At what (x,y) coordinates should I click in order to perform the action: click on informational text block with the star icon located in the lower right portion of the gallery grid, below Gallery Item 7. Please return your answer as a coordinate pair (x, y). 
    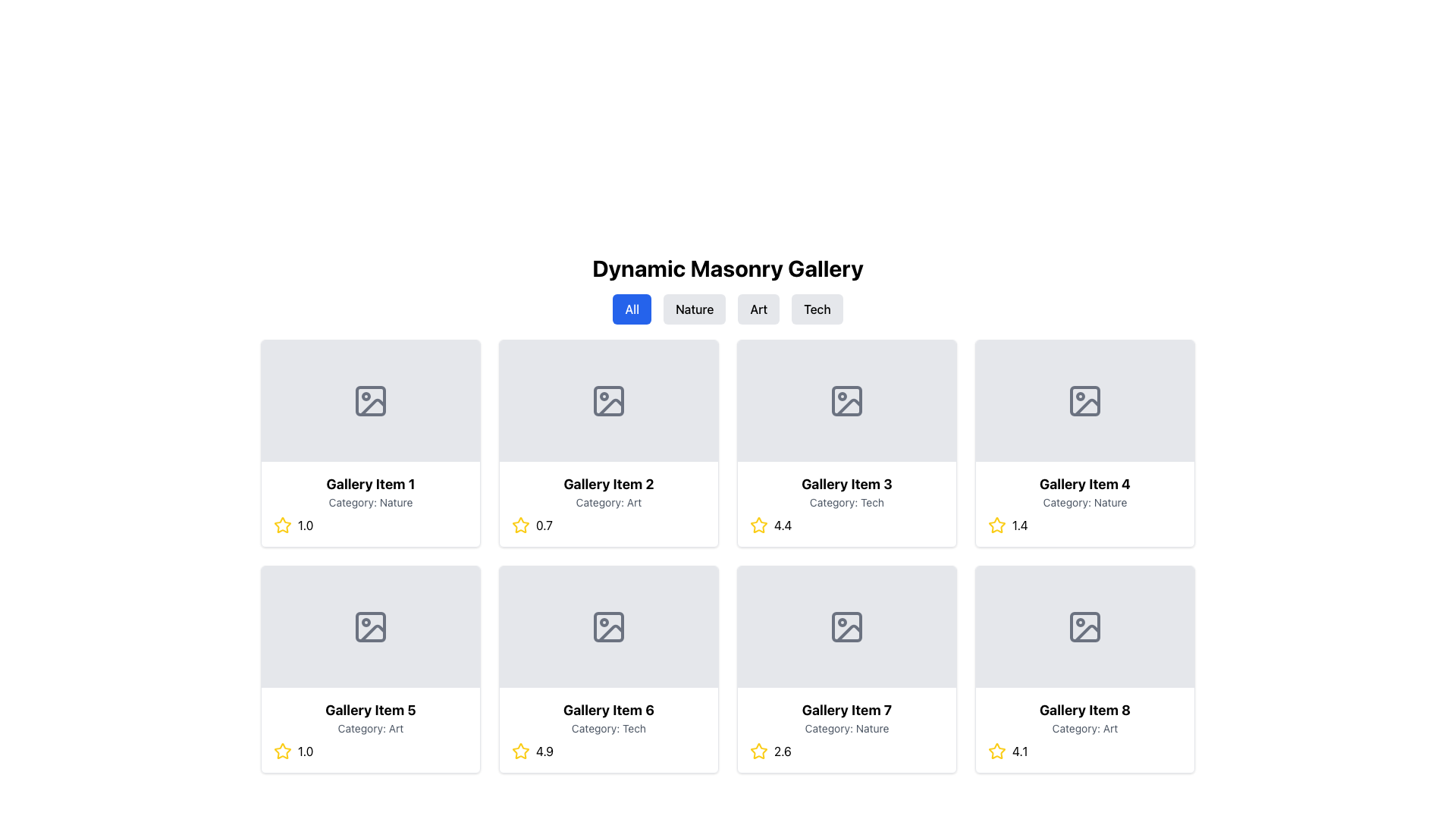
    Looking at the image, I should click on (1084, 730).